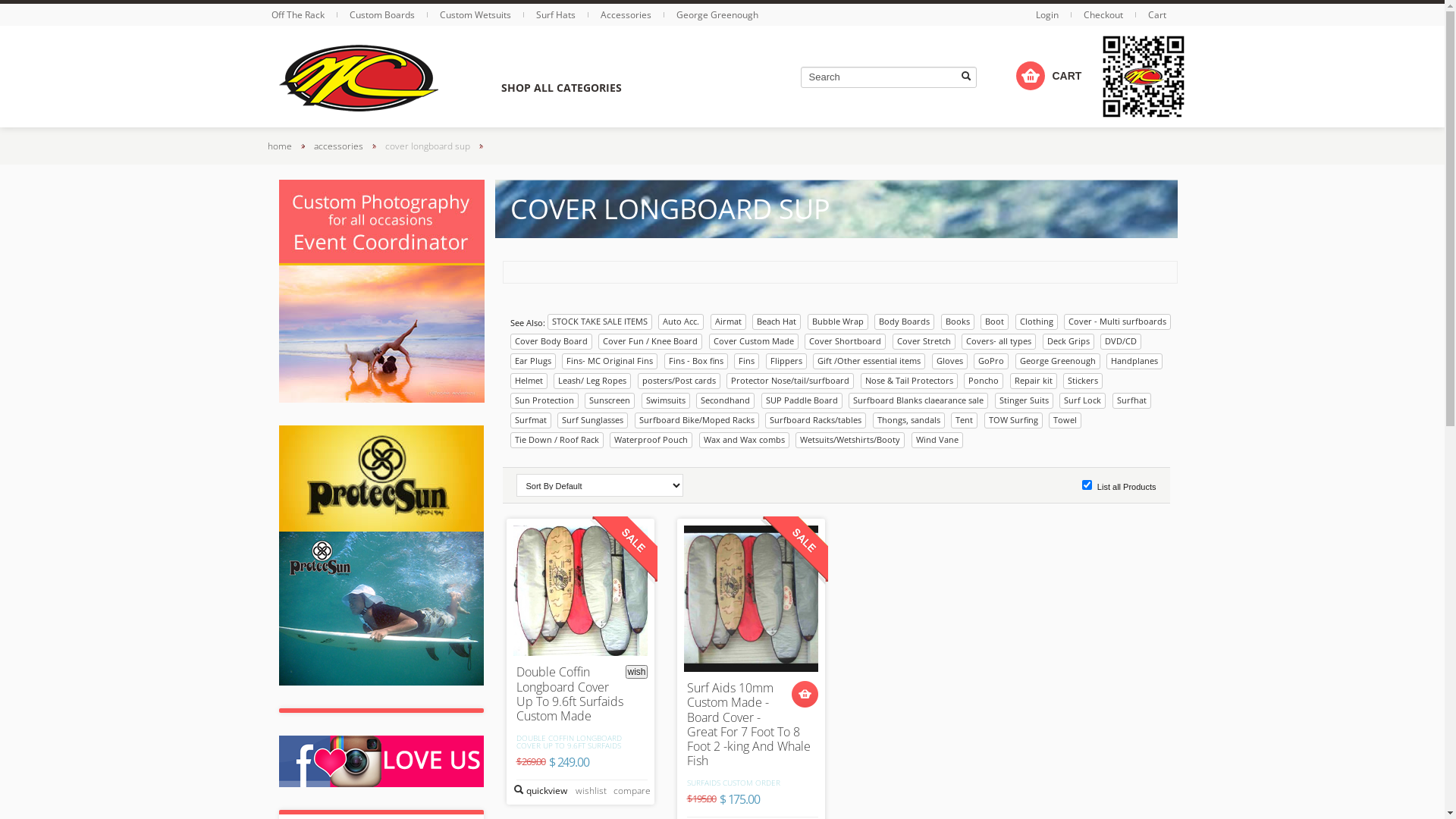  I want to click on 'Body Boards', so click(904, 321).